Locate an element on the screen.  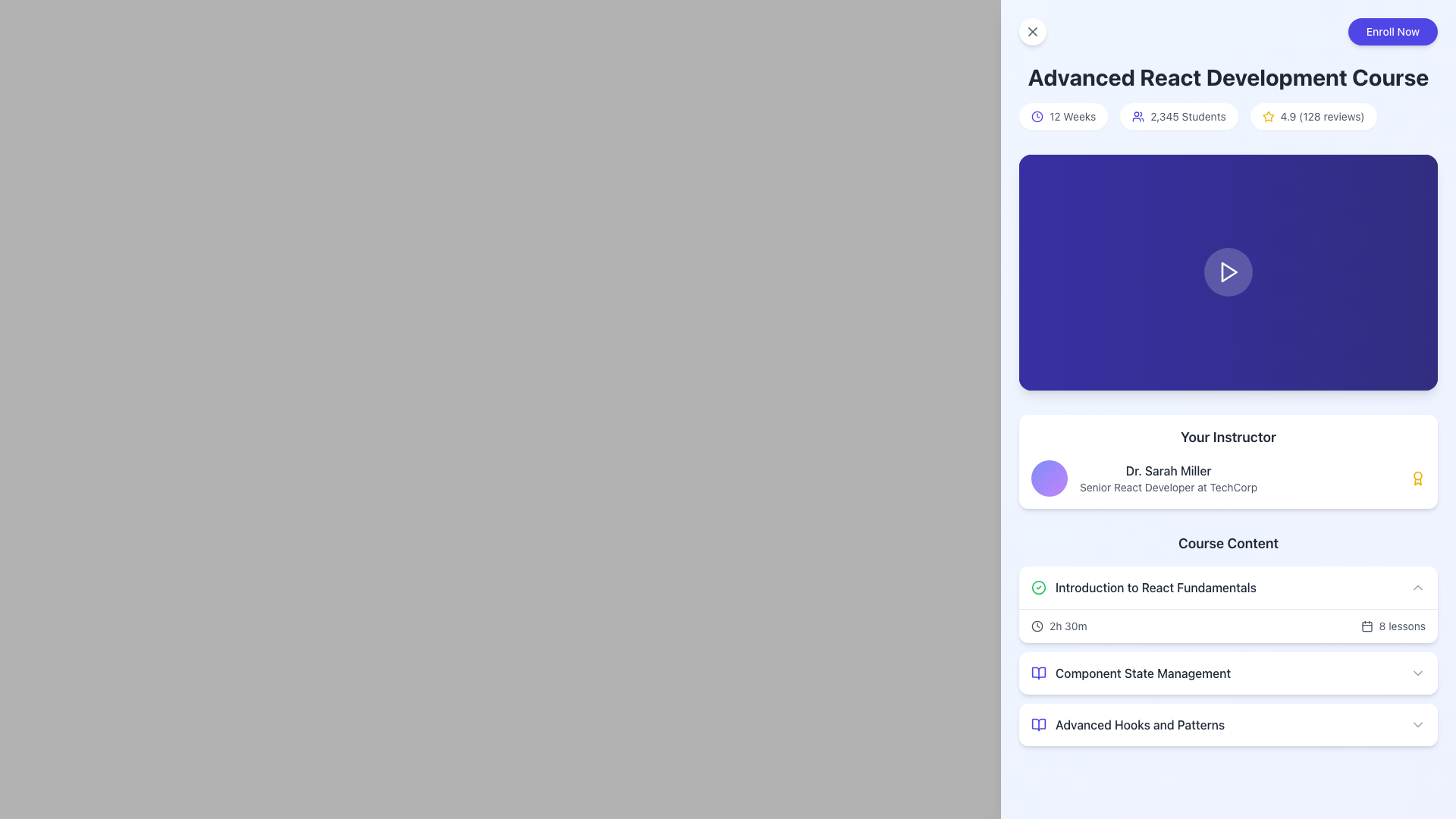
the Information display panel that summarizes metrics for the 'Advanced React Development Course', located above the video player section is located at coordinates (1228, 116).